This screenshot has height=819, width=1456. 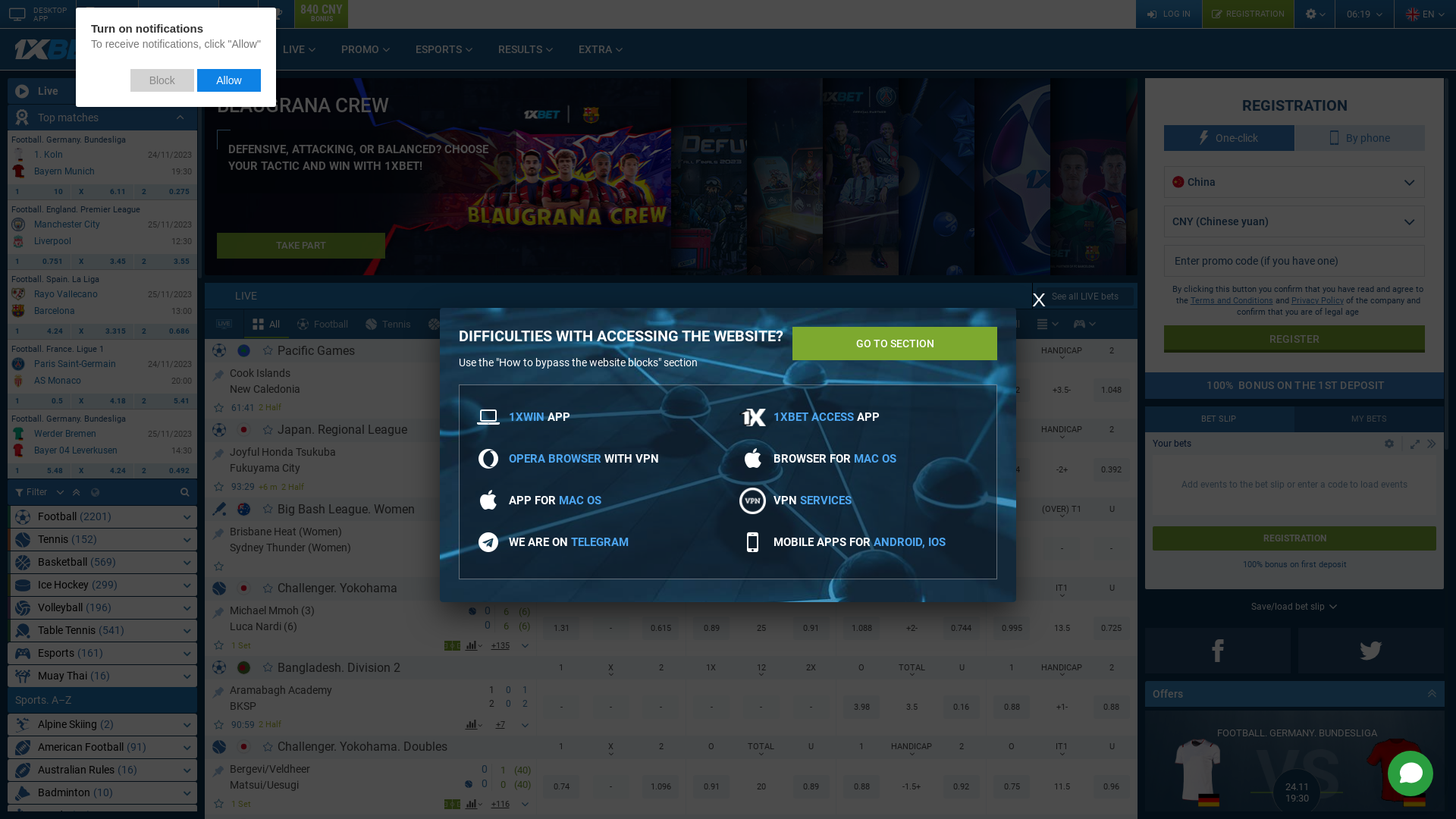 I want to click on '+130', so click(x=500, y=645).